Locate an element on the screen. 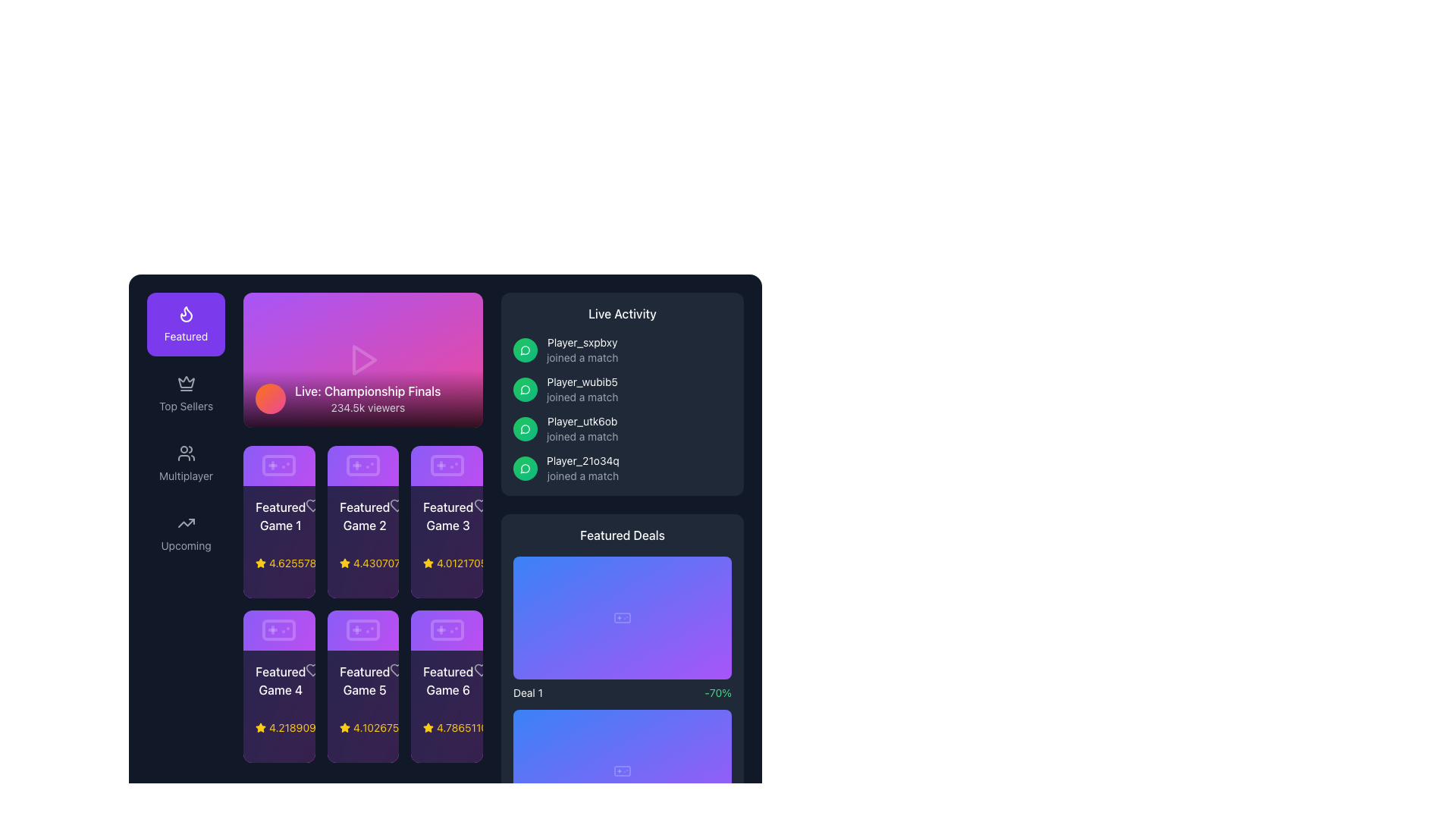 Image resolution: width=1456 pixels, height=819 pixels. the text label displaying 'Featured Game 1', which is located in the top-left card of a 3x2 grid and is part of a dark background card layout is located at coordinates (281, 515).